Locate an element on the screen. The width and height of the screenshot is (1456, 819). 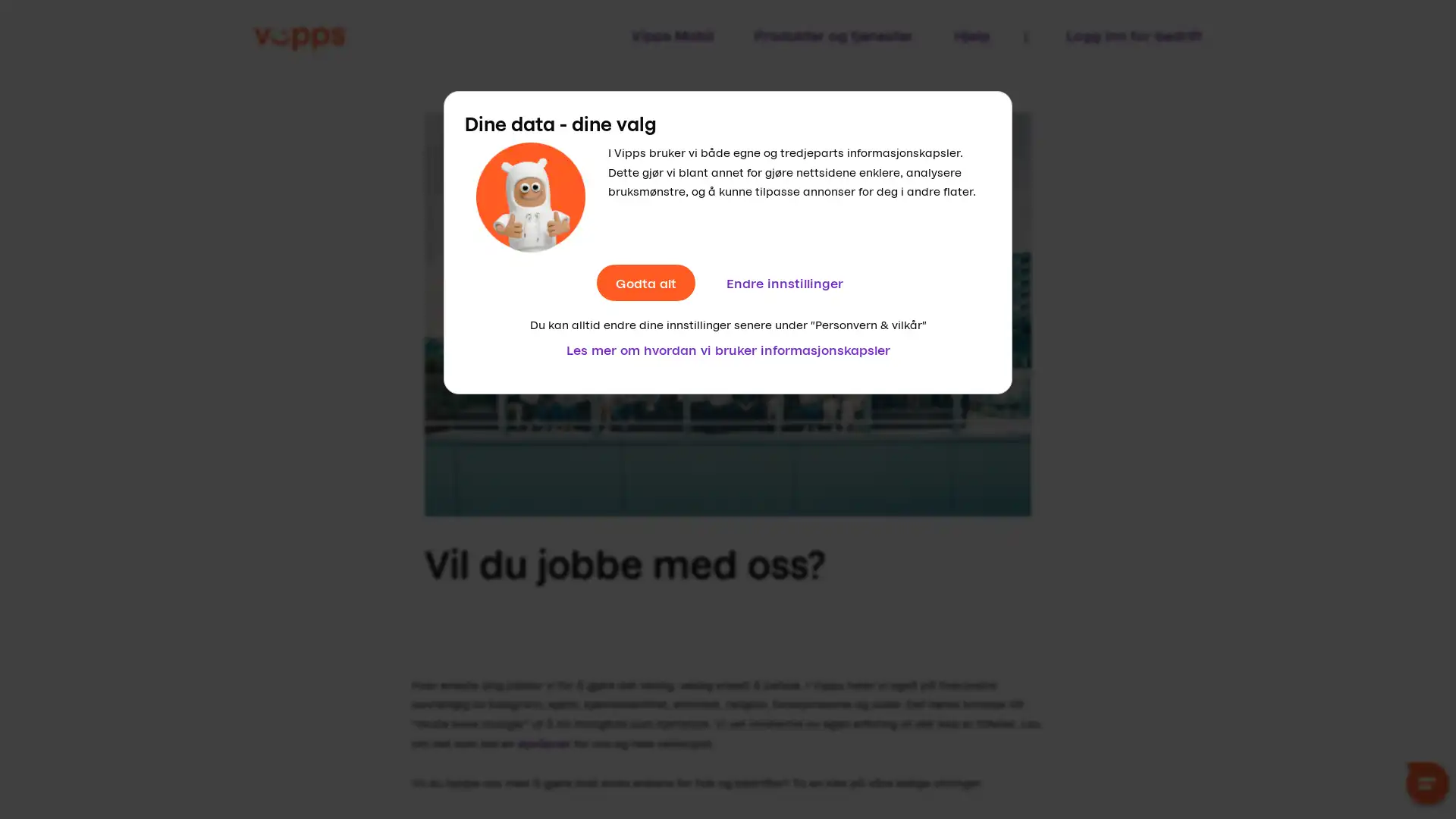
Start en chat is located at coordinates (1426, 786).